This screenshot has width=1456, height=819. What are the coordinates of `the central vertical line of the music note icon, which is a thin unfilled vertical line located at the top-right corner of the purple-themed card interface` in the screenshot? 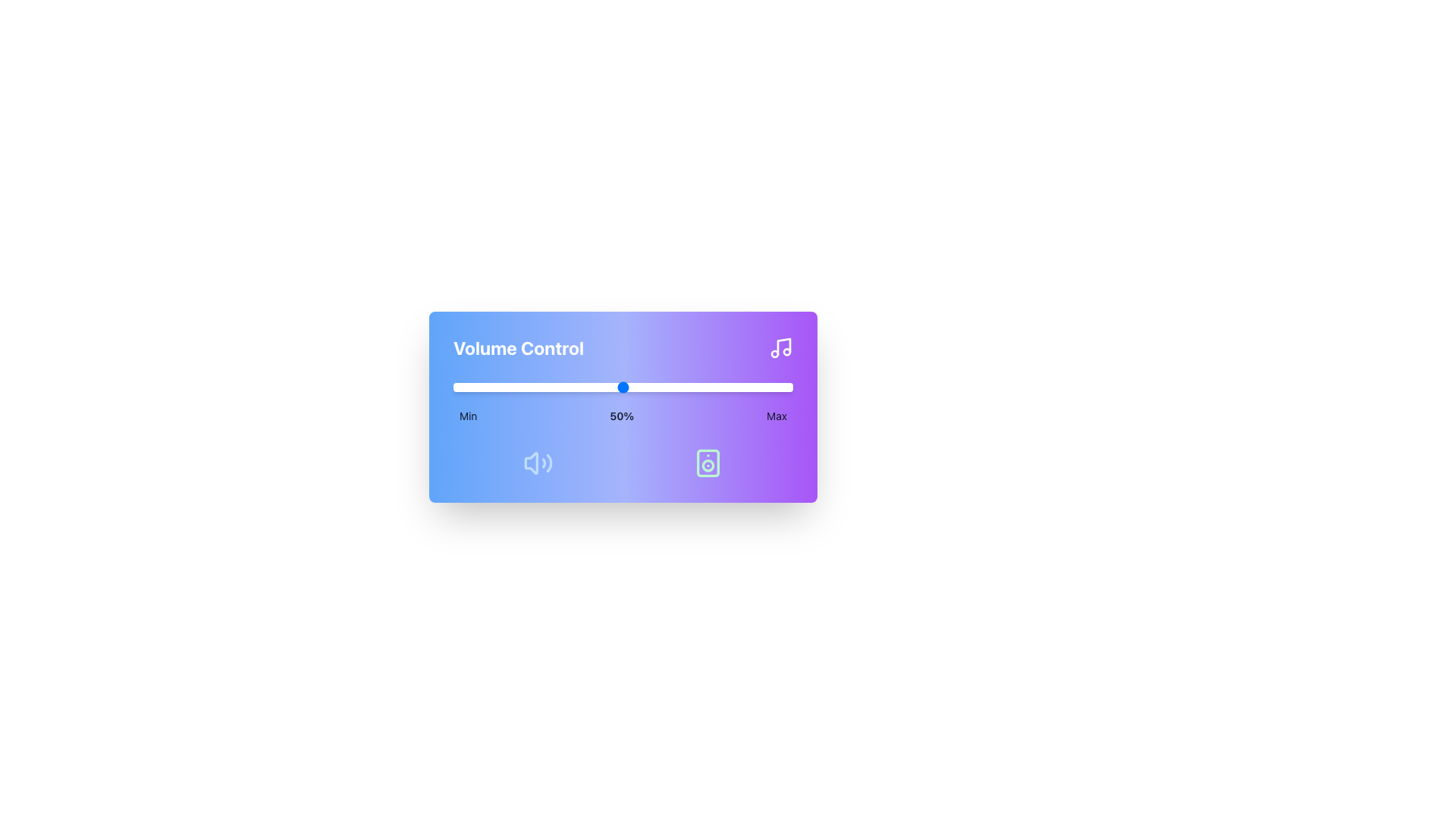 It's located at (783, 346).